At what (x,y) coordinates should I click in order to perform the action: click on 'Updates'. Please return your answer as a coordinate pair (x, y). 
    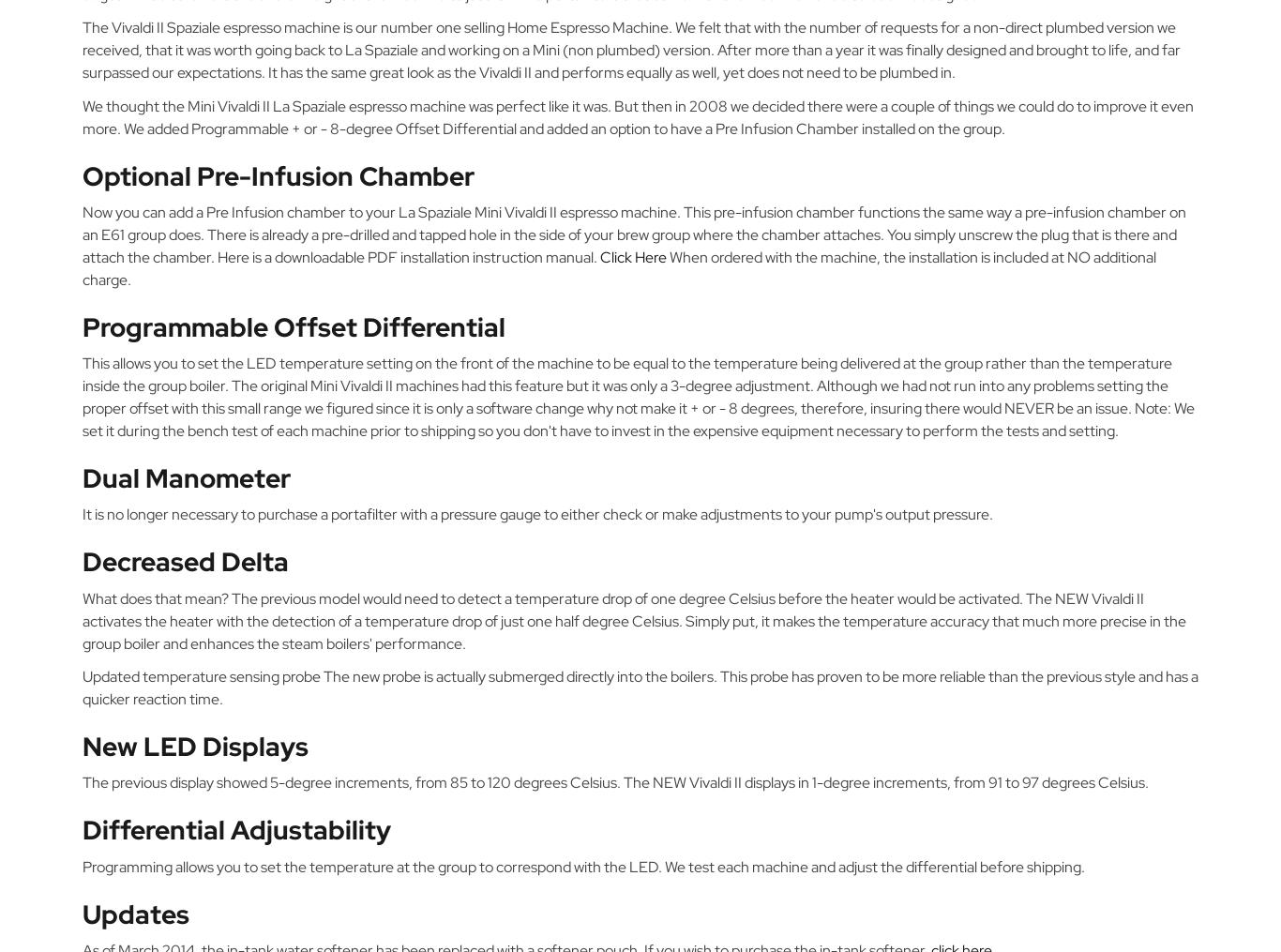
    Looking at the image, I should click on (134, 913).